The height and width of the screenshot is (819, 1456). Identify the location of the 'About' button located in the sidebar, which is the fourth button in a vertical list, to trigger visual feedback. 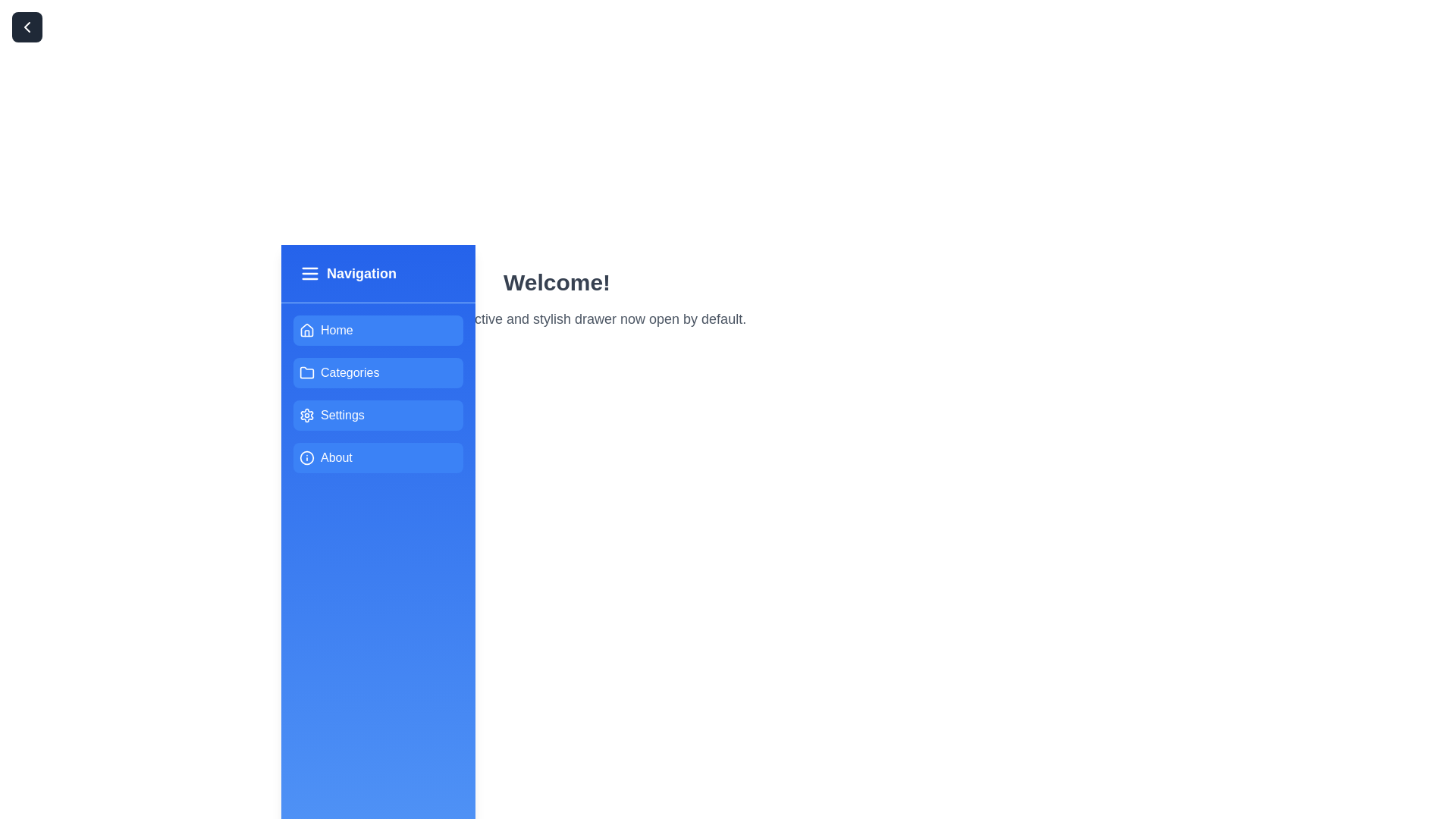
(378, 457).